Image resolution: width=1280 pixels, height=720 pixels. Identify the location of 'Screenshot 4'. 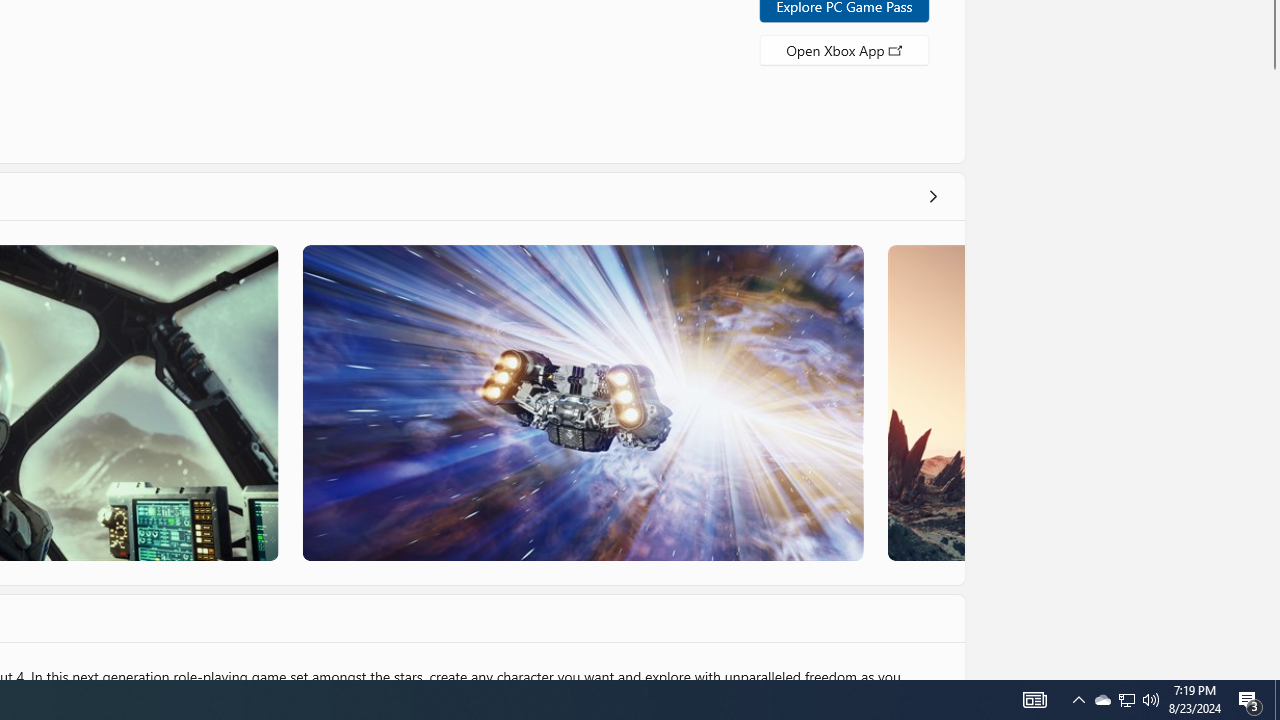
(924, 402).